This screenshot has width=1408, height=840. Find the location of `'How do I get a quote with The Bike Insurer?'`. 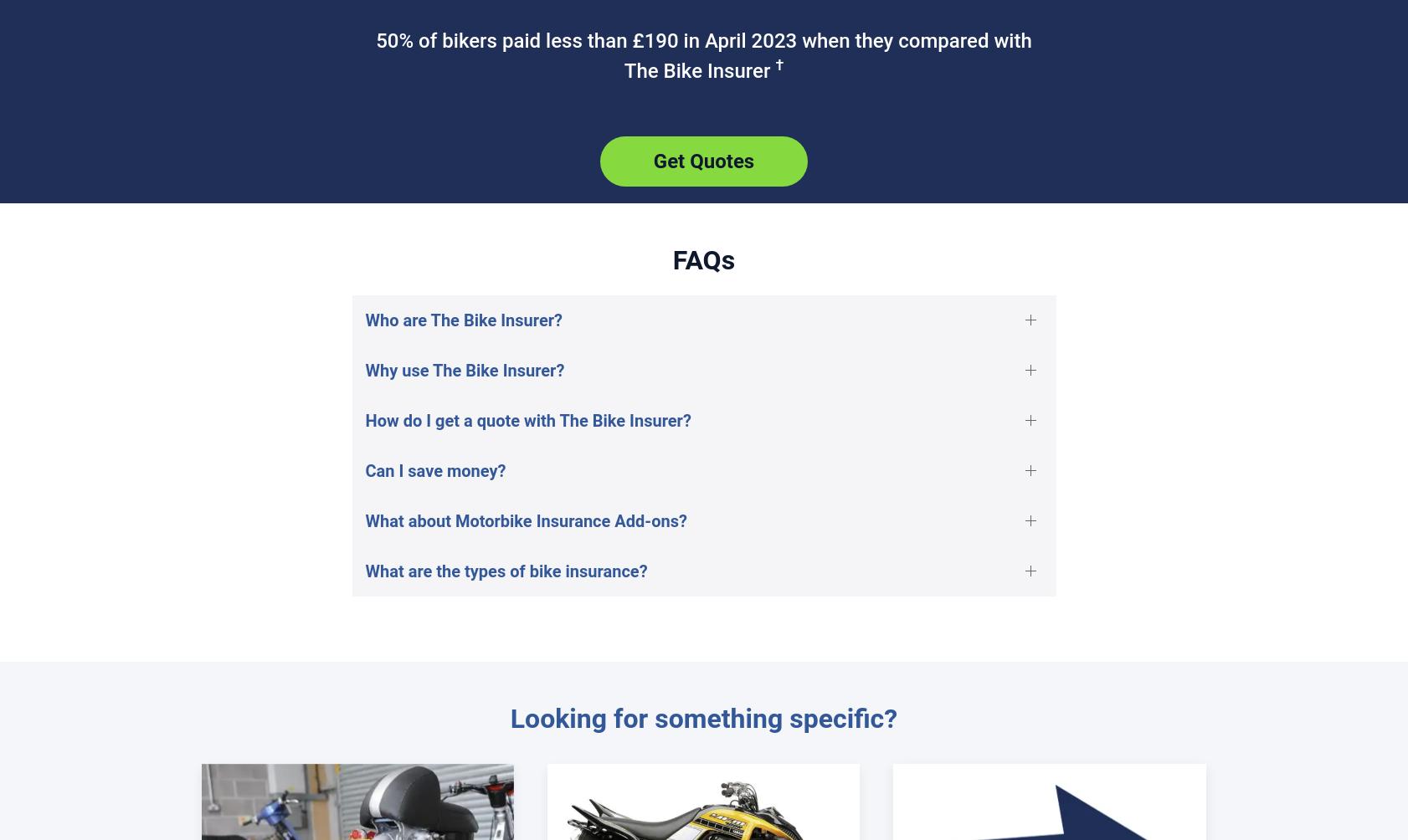

'How do I get a quote with The Bike Insurer?' is located at coordinates (527, 420).